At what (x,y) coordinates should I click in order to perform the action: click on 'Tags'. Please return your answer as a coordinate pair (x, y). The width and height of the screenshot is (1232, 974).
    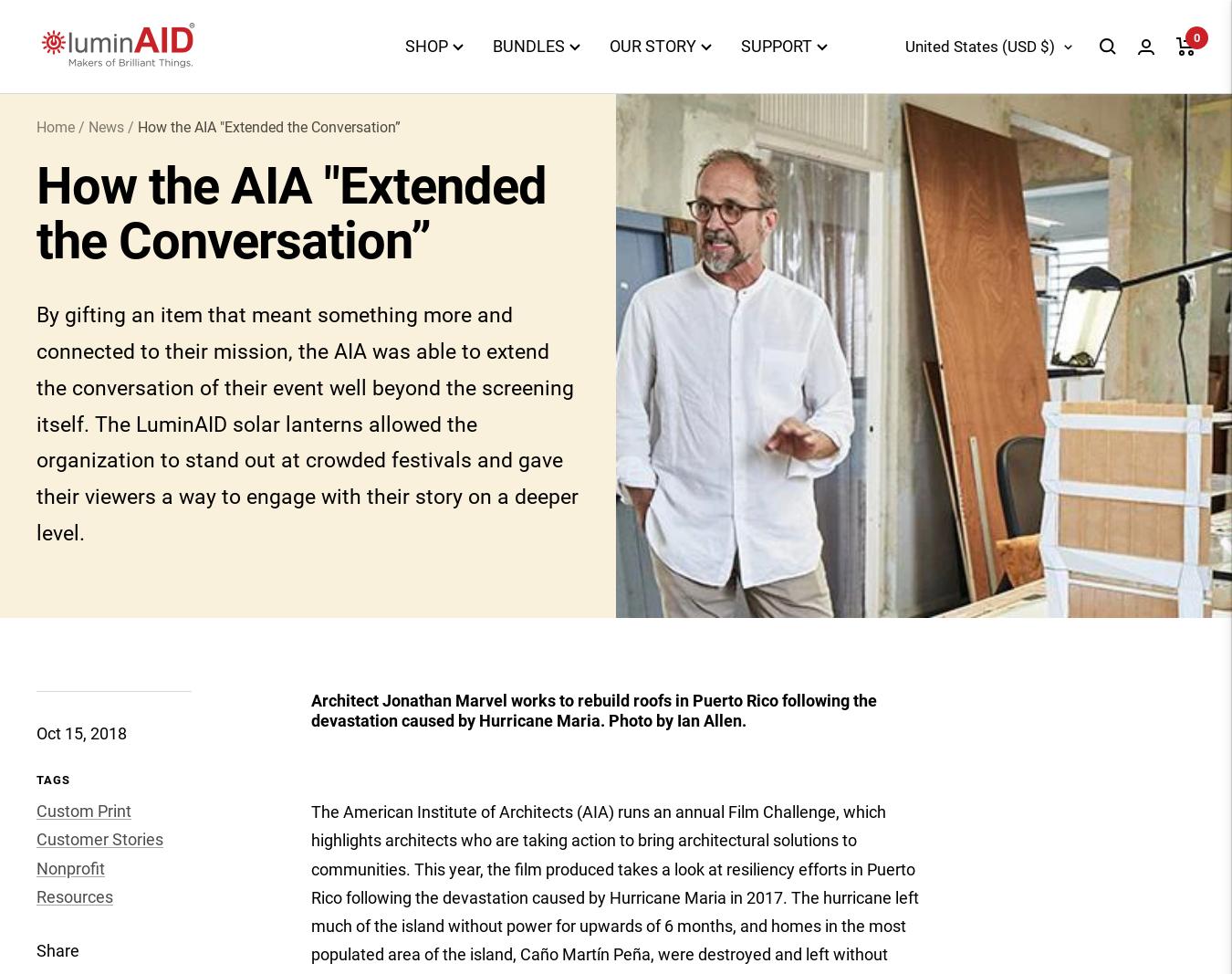
    Looking at the image, I should click on (52, 779).